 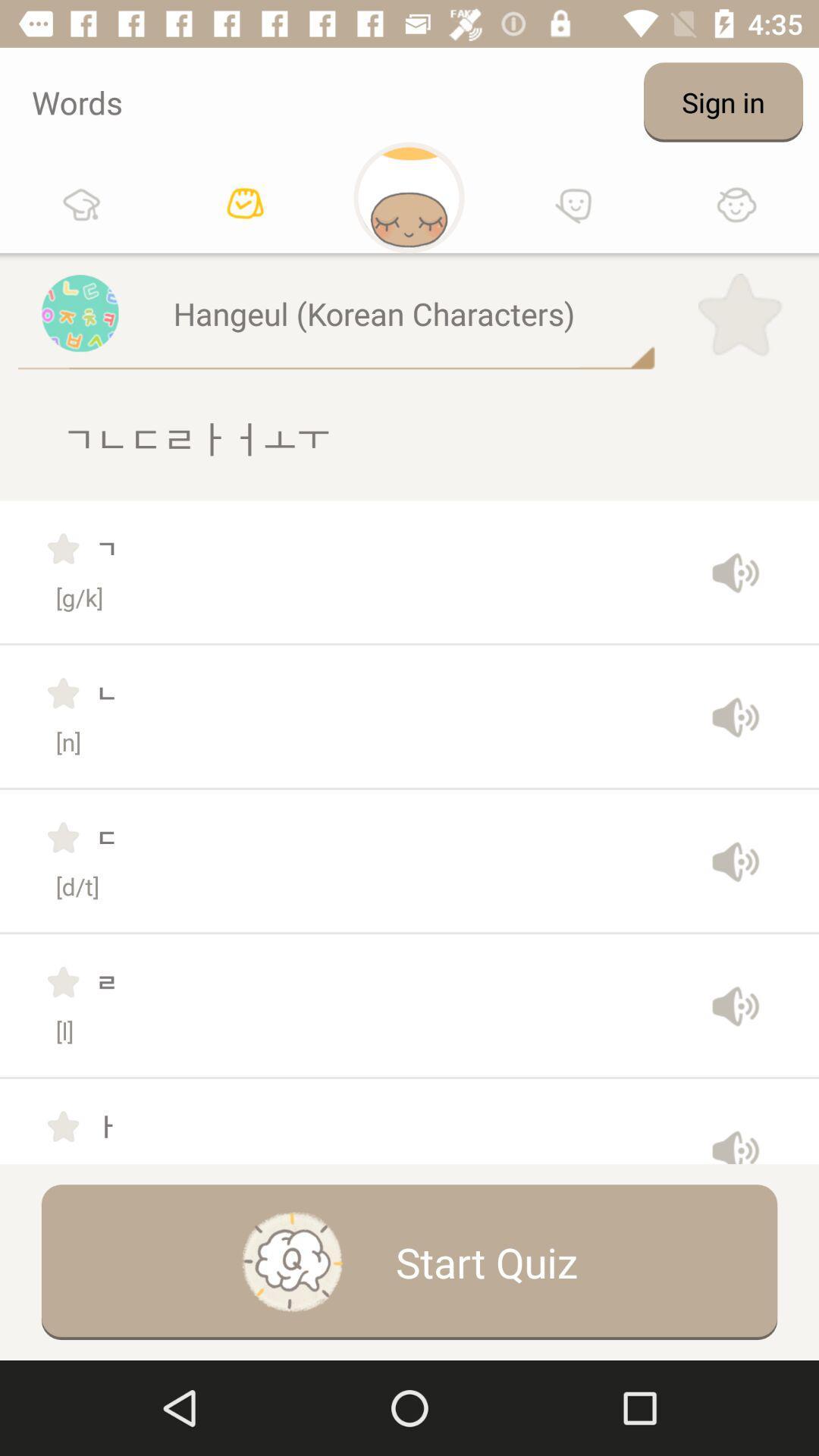 What do you see at coordinates (739, 314) in the screenshot?
I see `item to the right of the hangeul (korean characters)` at bounding box center [739, 314].